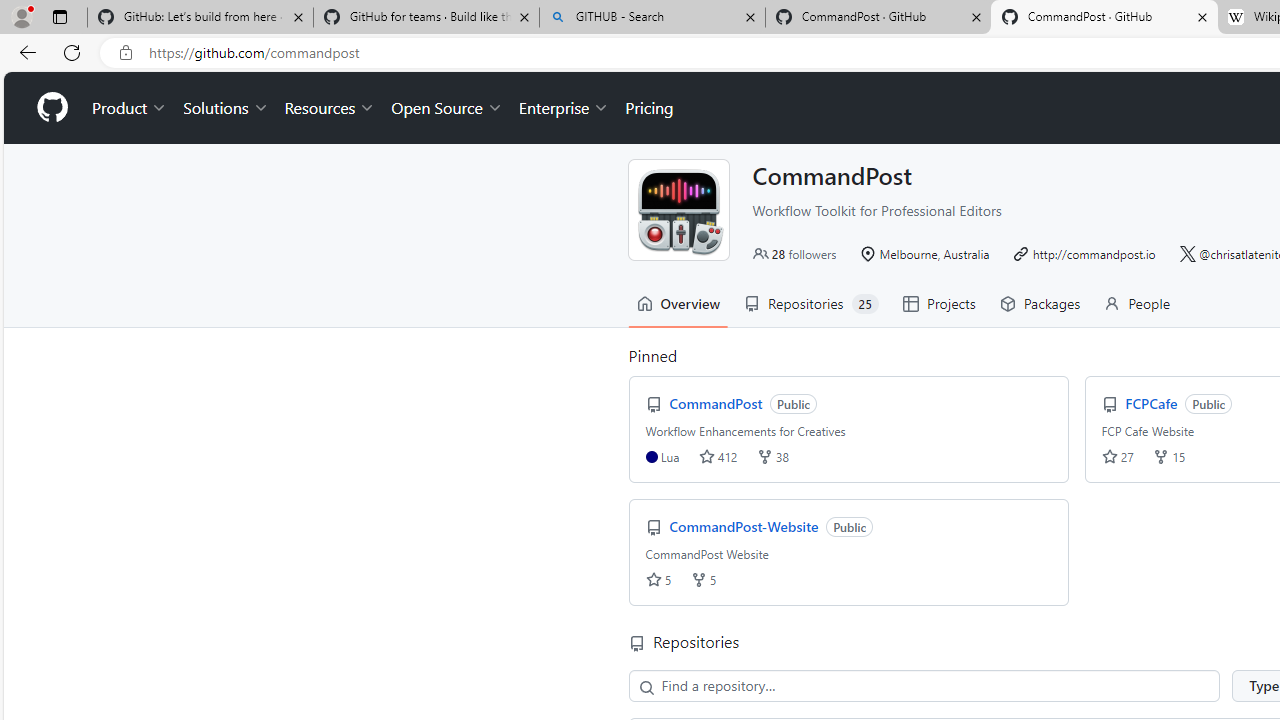  Describe the element at coordinates (658, 579) in the screenshot. I see `'stars 5'` at that location.